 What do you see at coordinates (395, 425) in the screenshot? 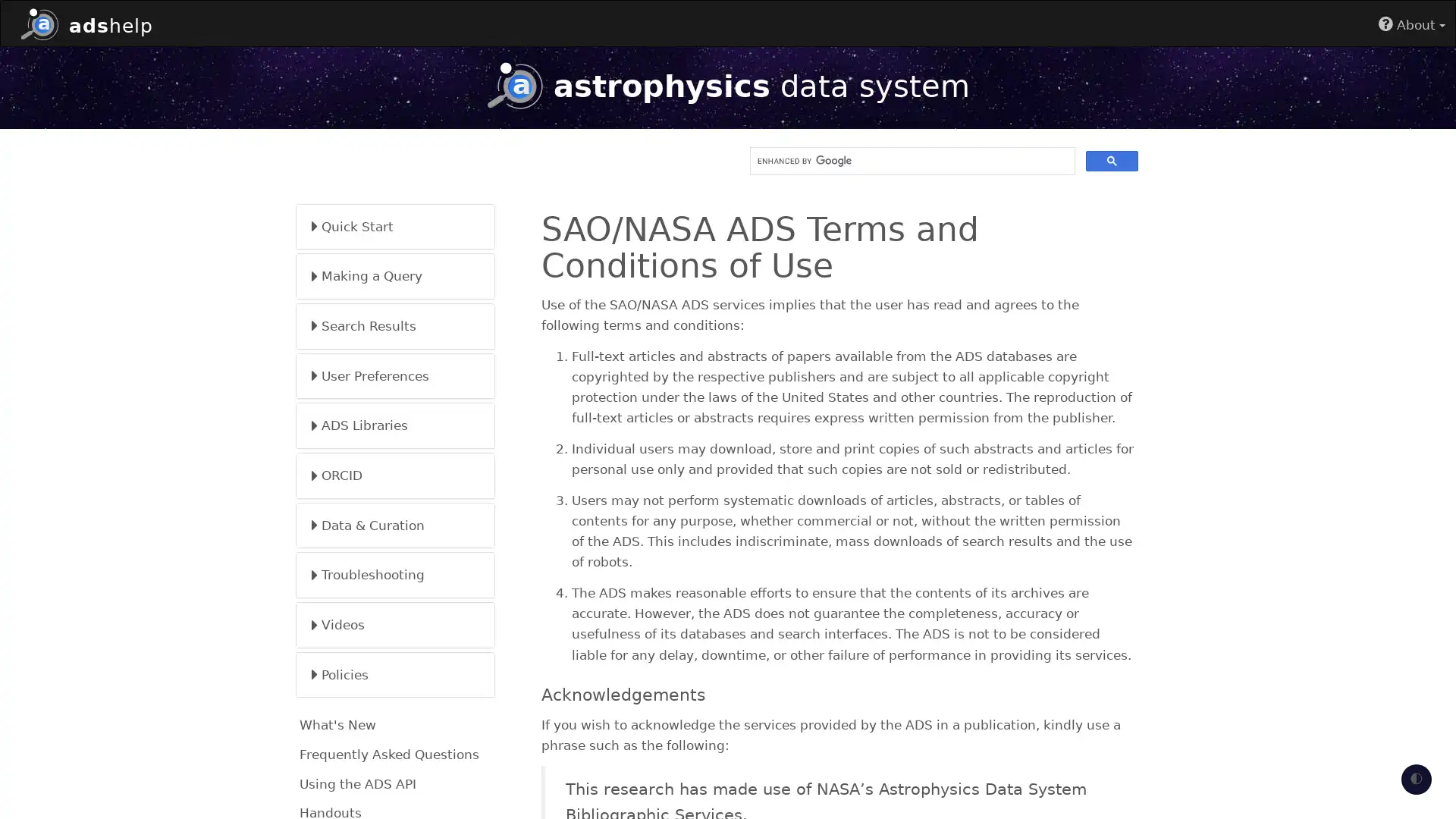
I see `ADS Libraries` at bounding box center [395, 425].